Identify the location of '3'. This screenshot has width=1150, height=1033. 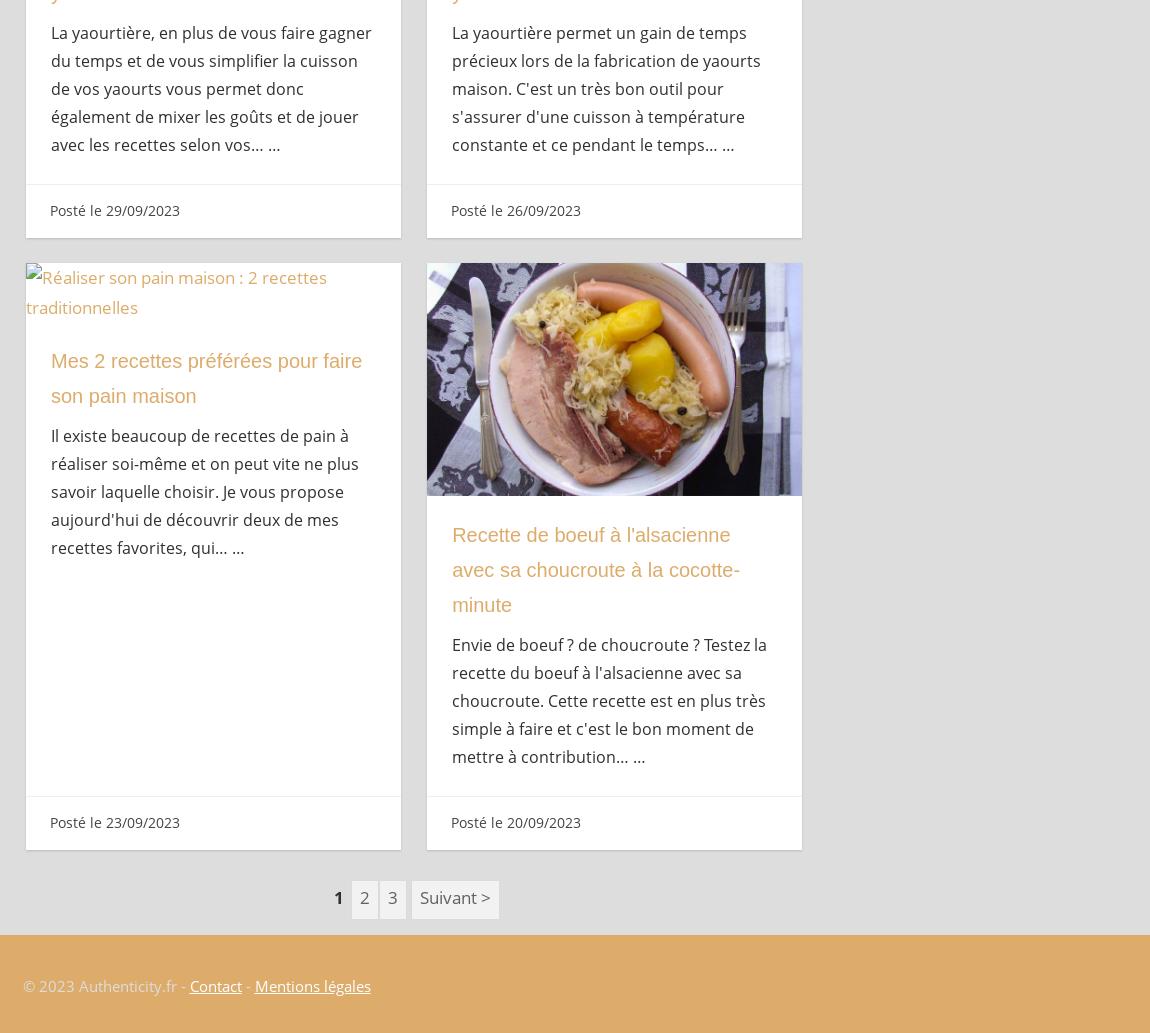
(392, 896).